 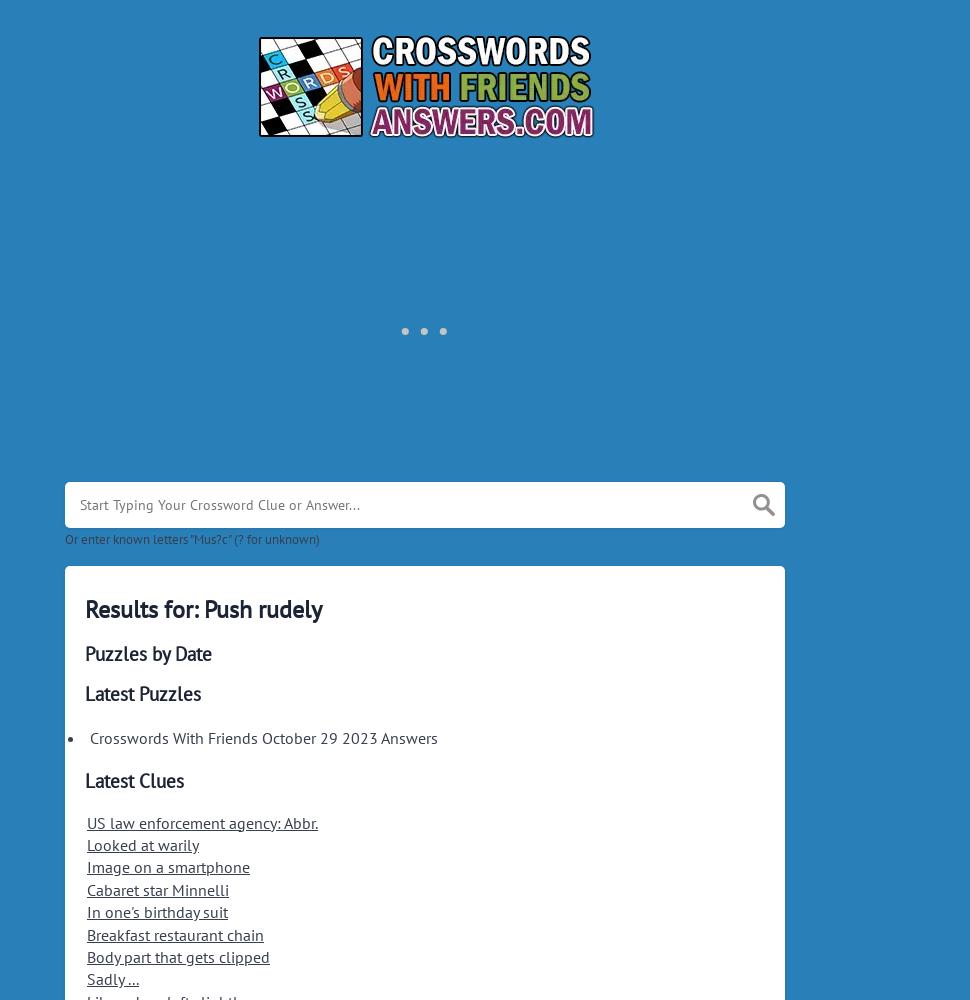 What do you see at coordinates (86, 955) in the screenshot?
I see `'Body part that gets clipped'` at bounding box center [86, 955].